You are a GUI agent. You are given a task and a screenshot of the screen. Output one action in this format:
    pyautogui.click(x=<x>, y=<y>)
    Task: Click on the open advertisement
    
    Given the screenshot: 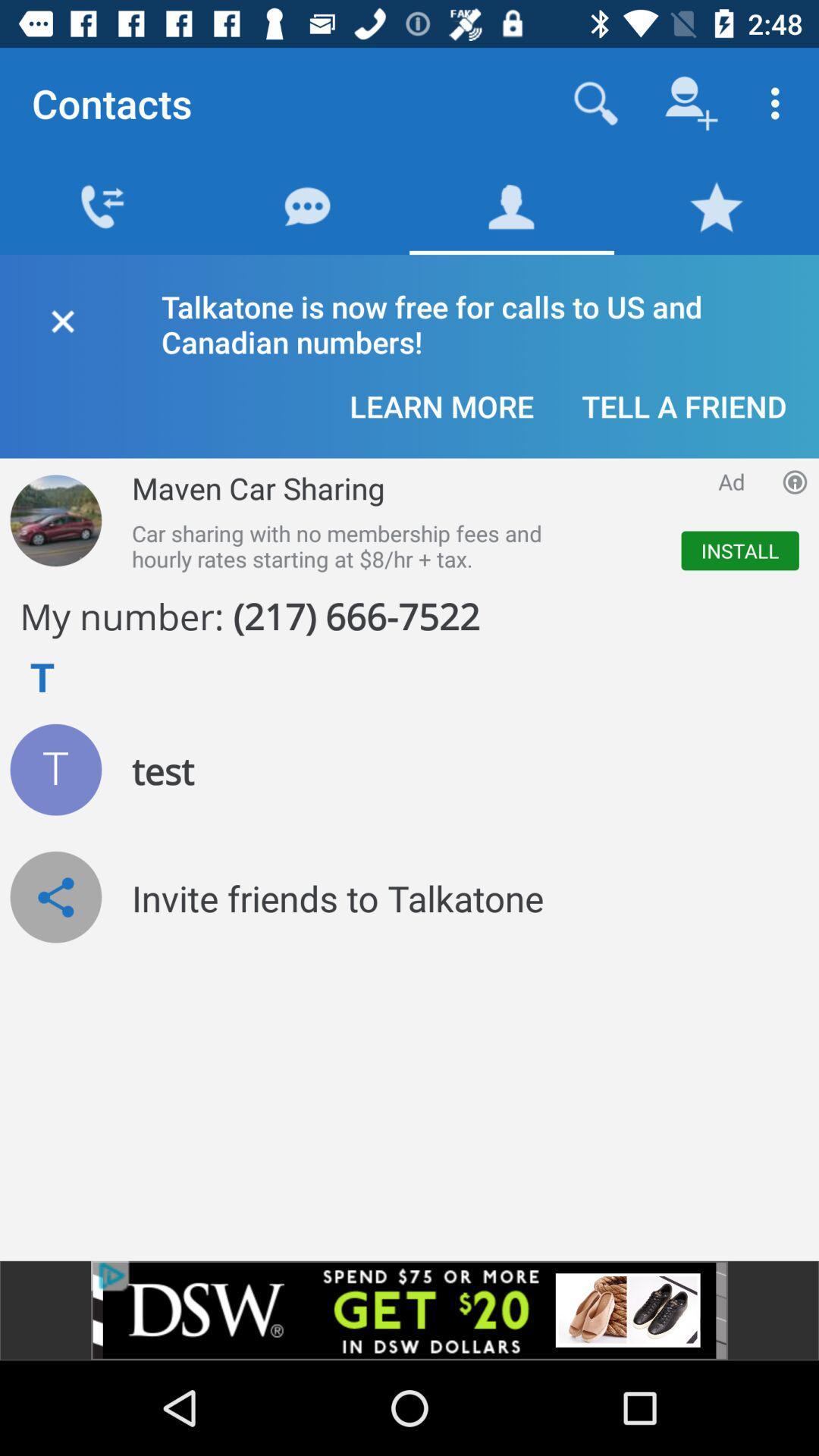 What is the action you would take?
    pyautogui.click(x=409, y=1310)
    